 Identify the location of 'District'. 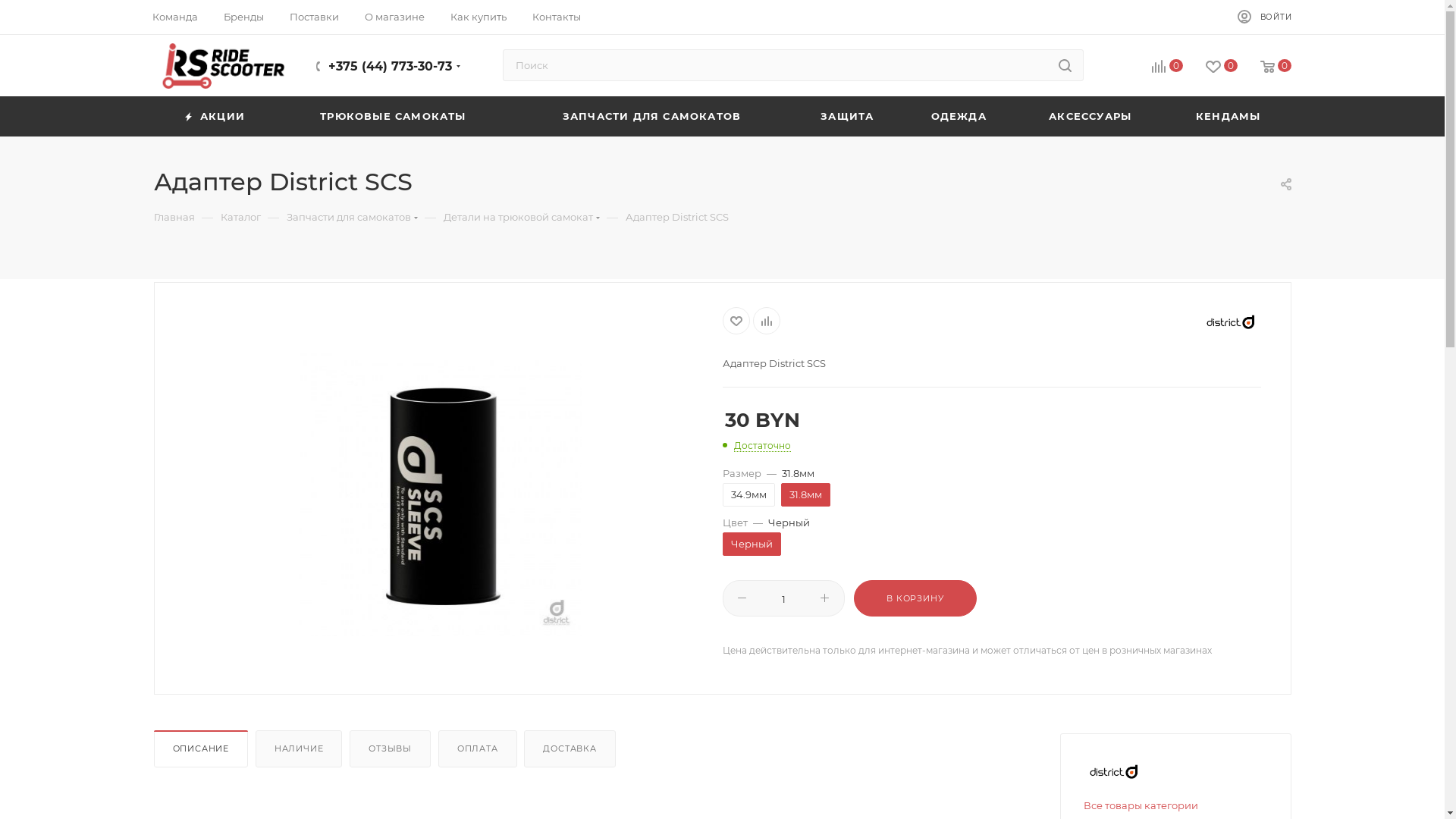
(1113, 771).